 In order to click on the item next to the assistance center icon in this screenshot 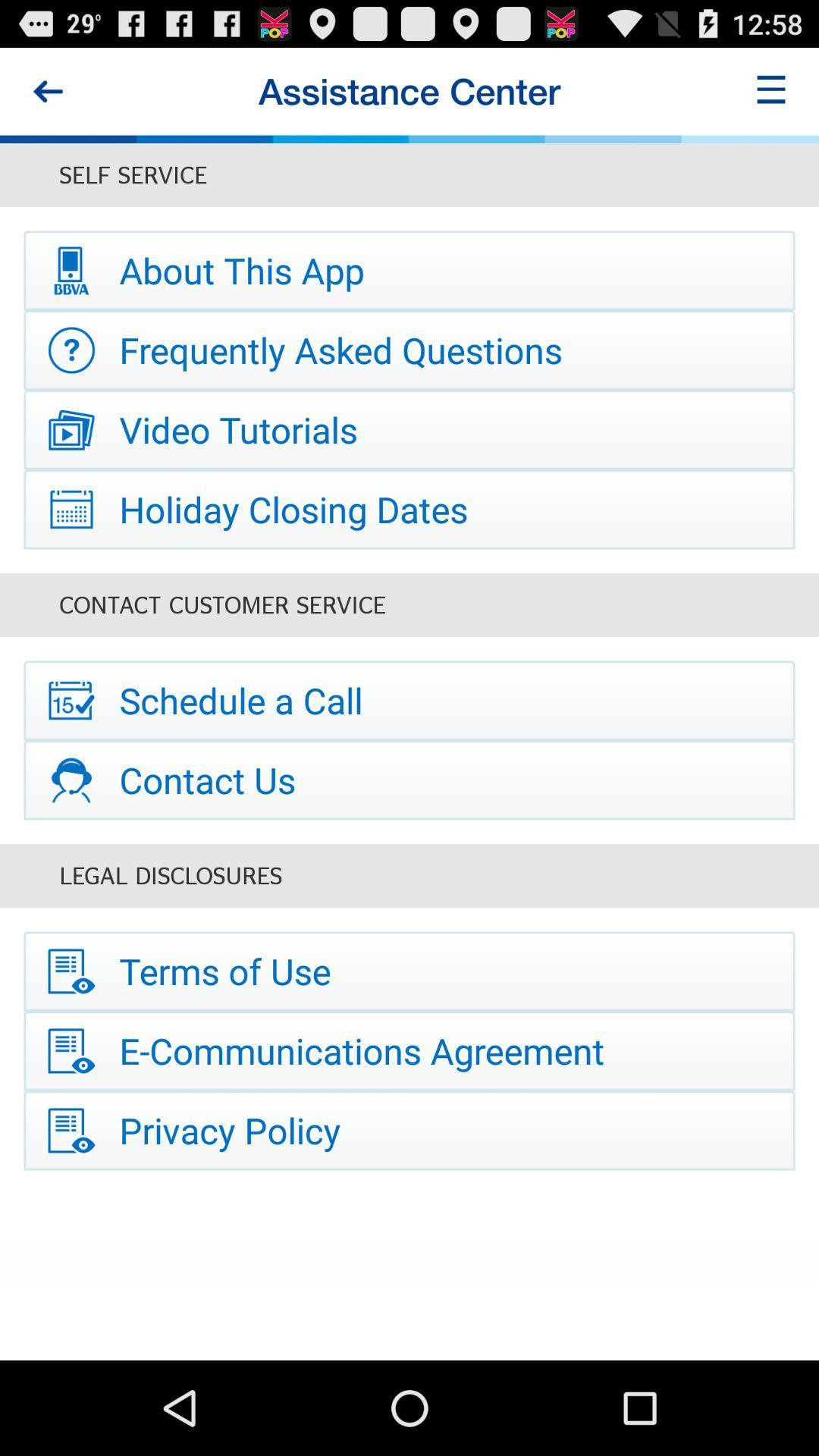, I will do `click(46, 90)`.